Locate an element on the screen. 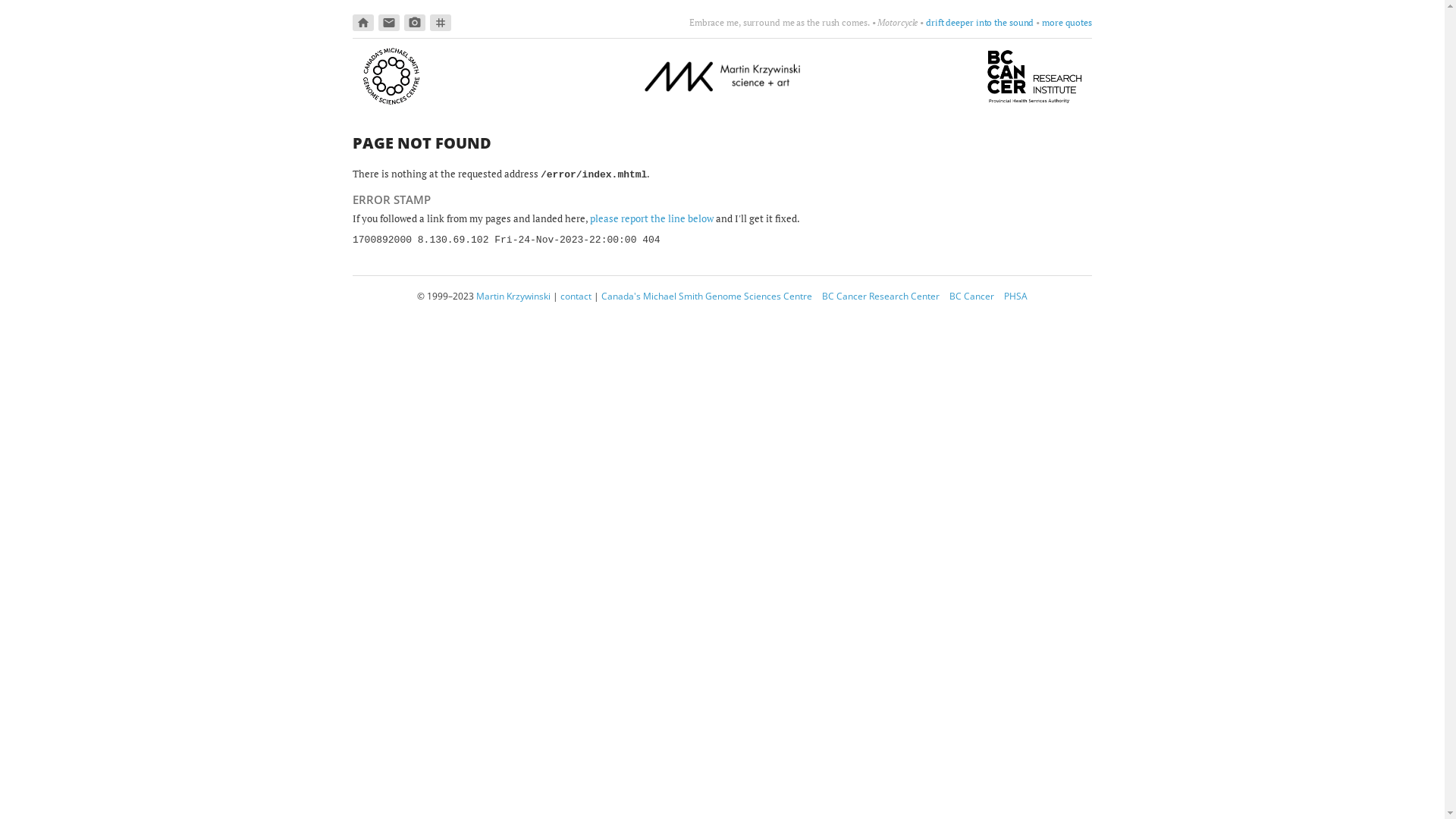  'Canada's Michael Smith Genome Sciences Centre' is located at coordinates (705, 296).